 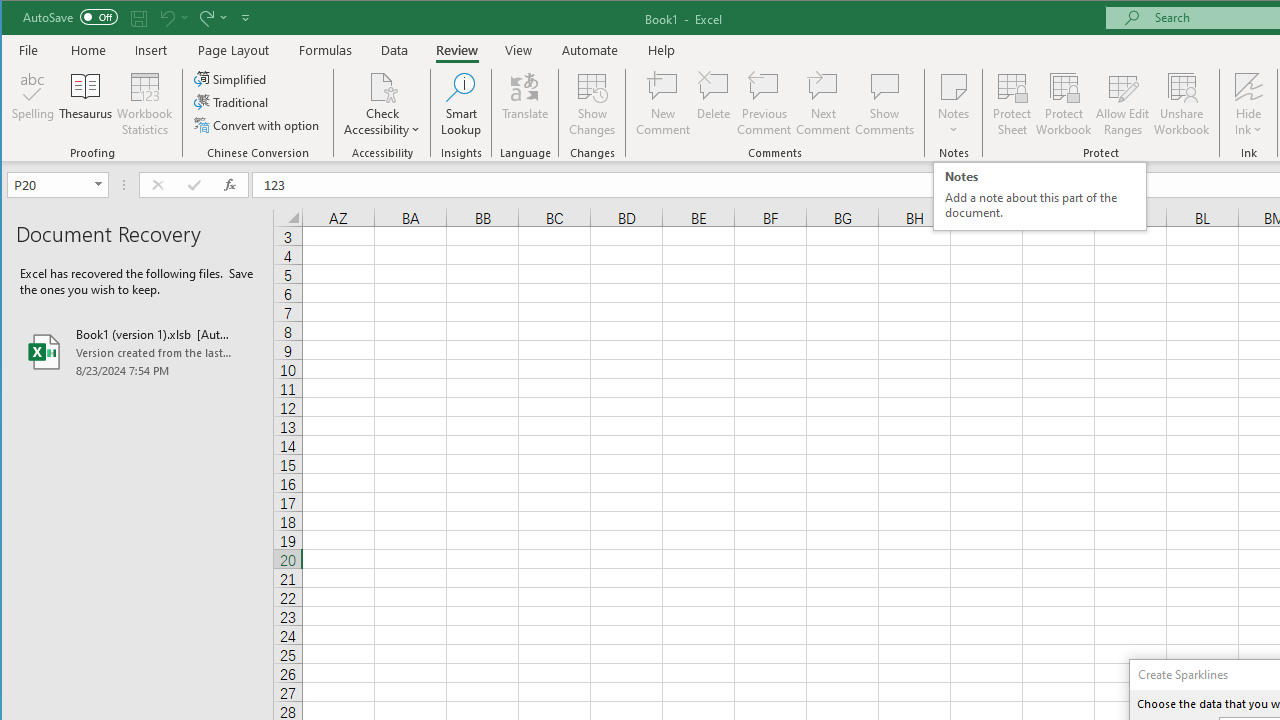 What do you see at coordinates (525, 104) in the screenshot?
I see `'Translate'` at bounding box center [525, 104].